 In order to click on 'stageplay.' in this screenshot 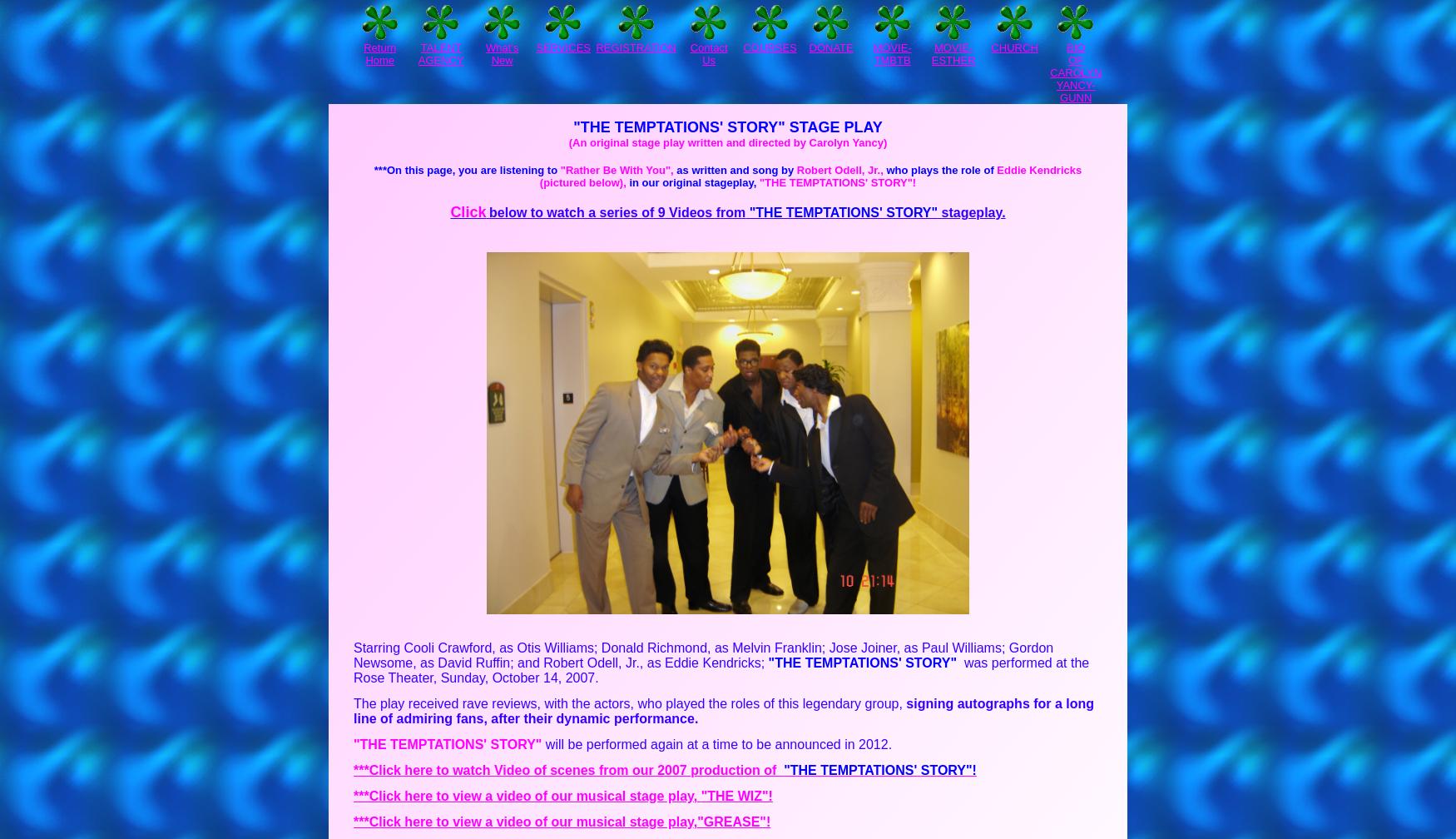, I will do `click(970, 212)`.